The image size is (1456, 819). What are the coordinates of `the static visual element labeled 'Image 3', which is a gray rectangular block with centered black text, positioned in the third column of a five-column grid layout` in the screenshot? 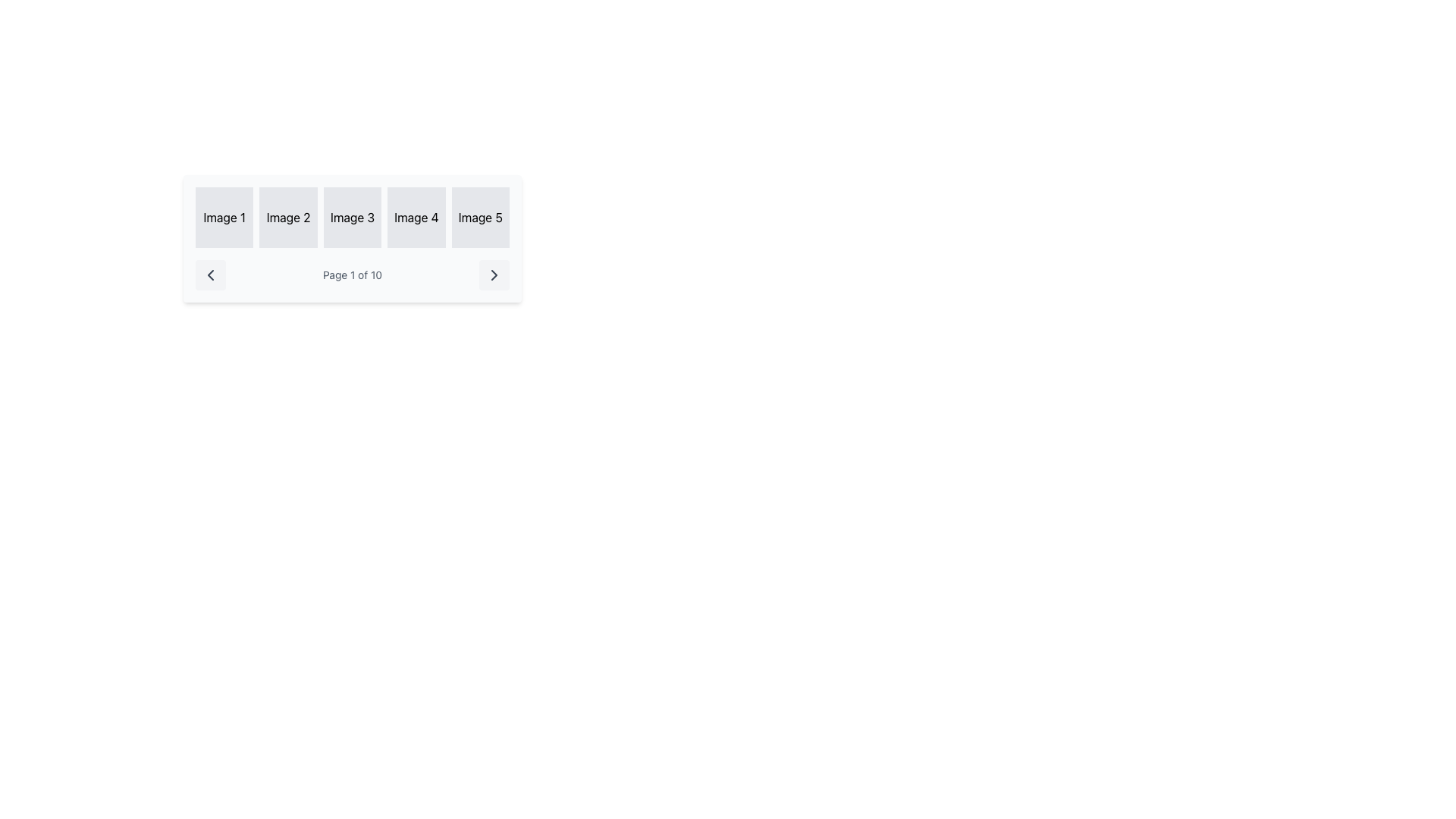 It's located at (352, 217).